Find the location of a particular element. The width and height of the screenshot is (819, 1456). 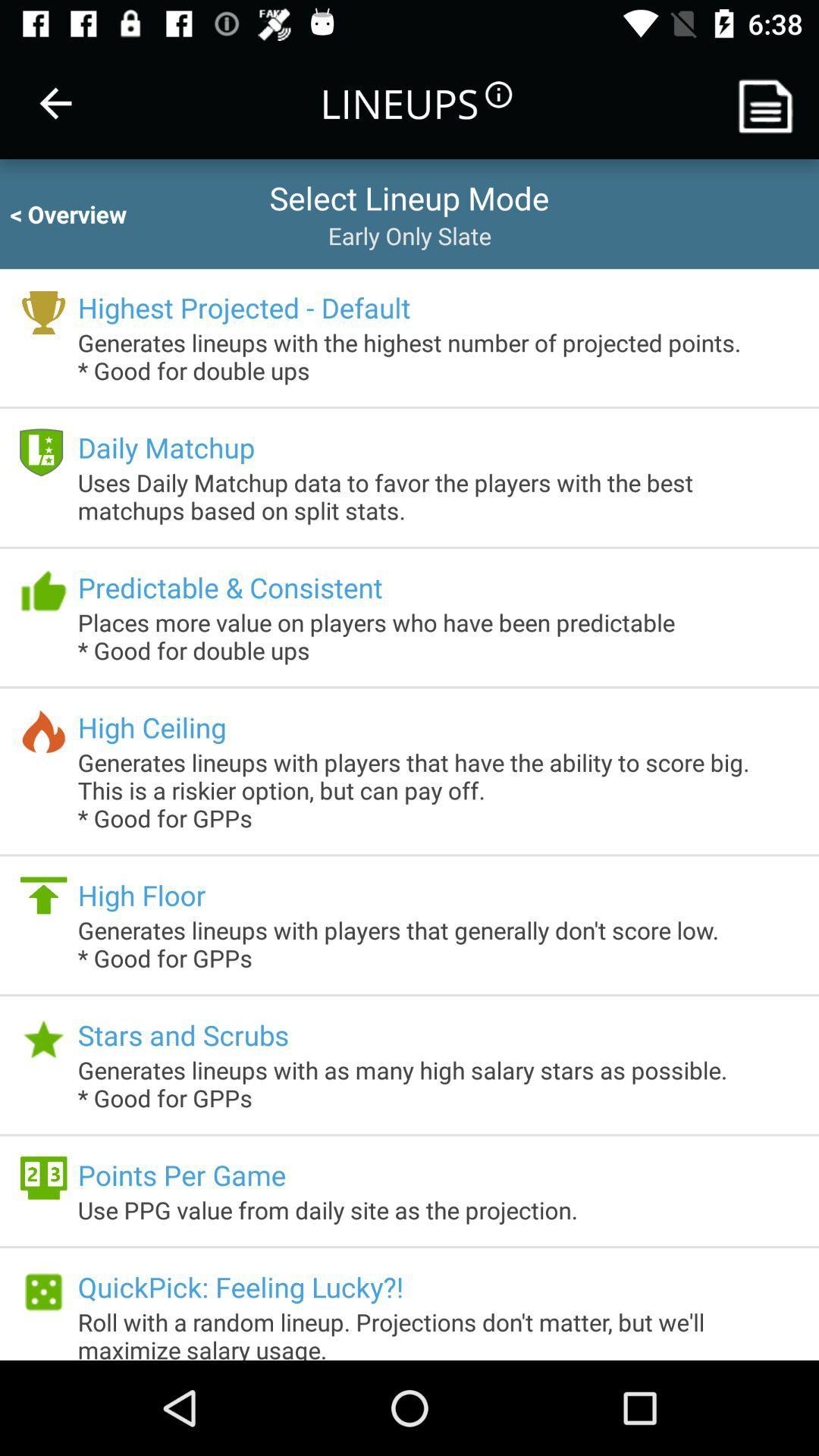

bookmark is located at coordinates (771, 102).